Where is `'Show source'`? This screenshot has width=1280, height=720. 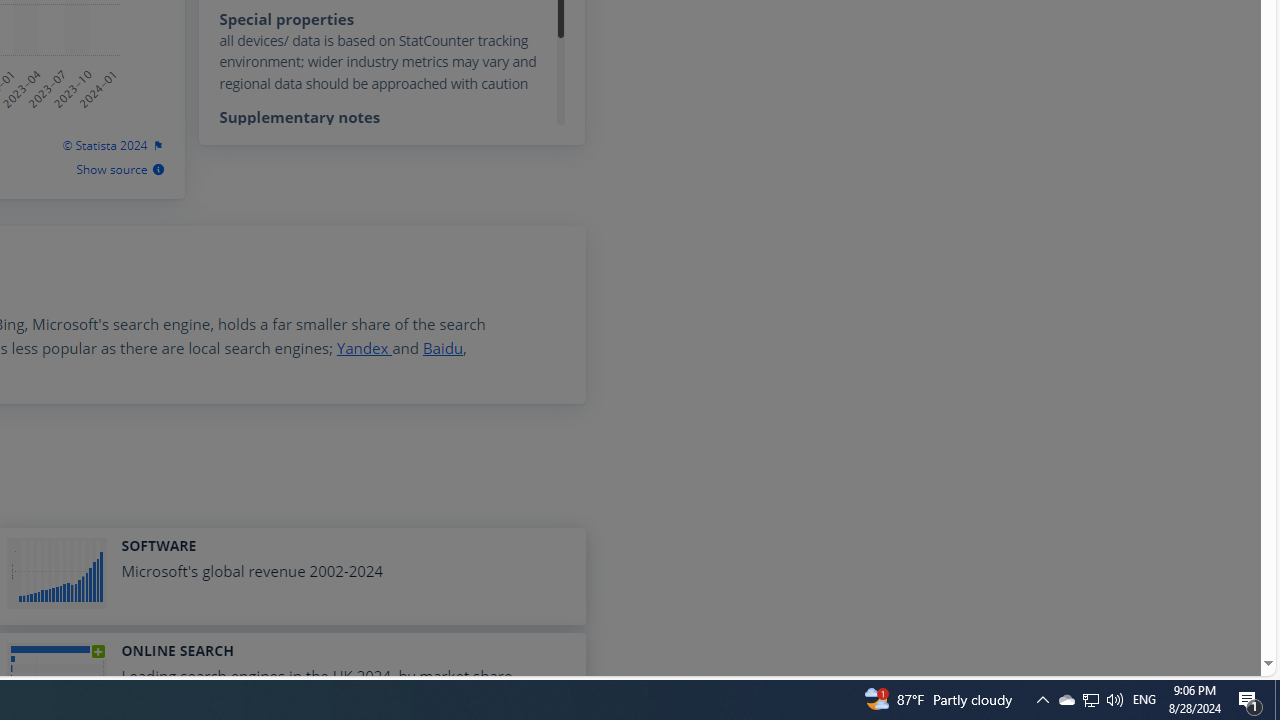 'Show source' is located at coordinates (119, 169).